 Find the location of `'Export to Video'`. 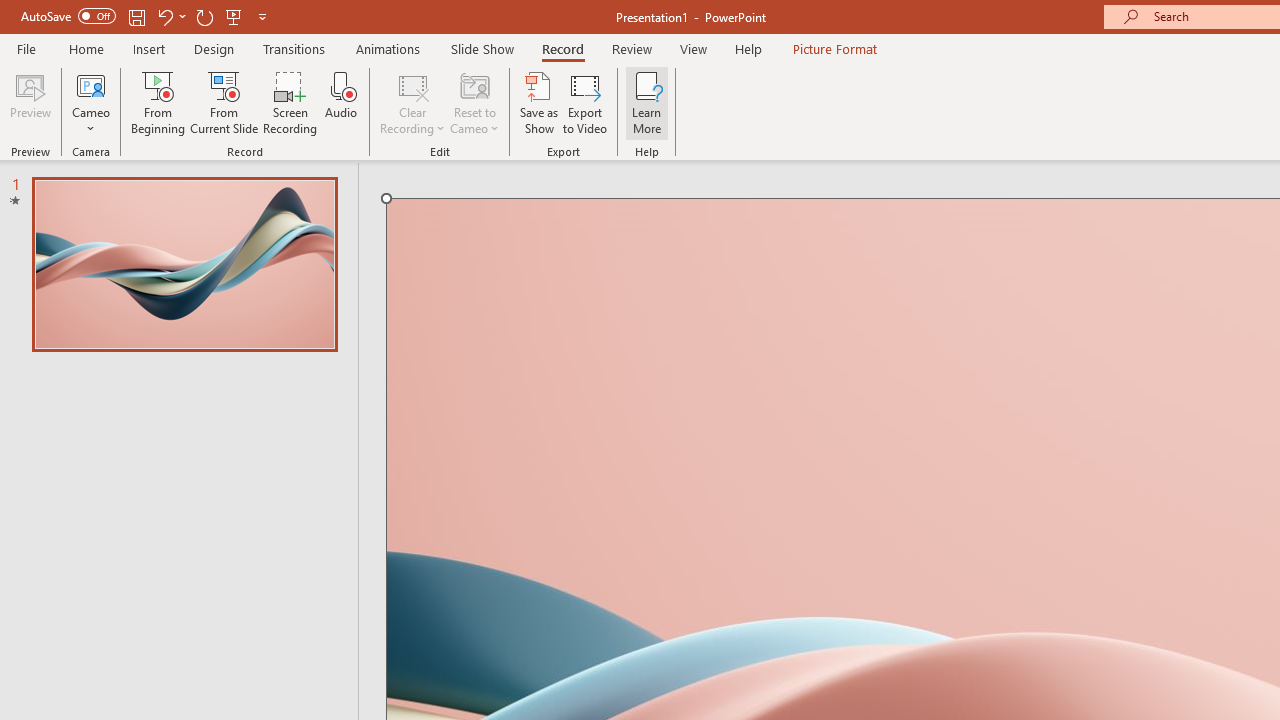

'Export to Video' is located at coordinates (584, 103).